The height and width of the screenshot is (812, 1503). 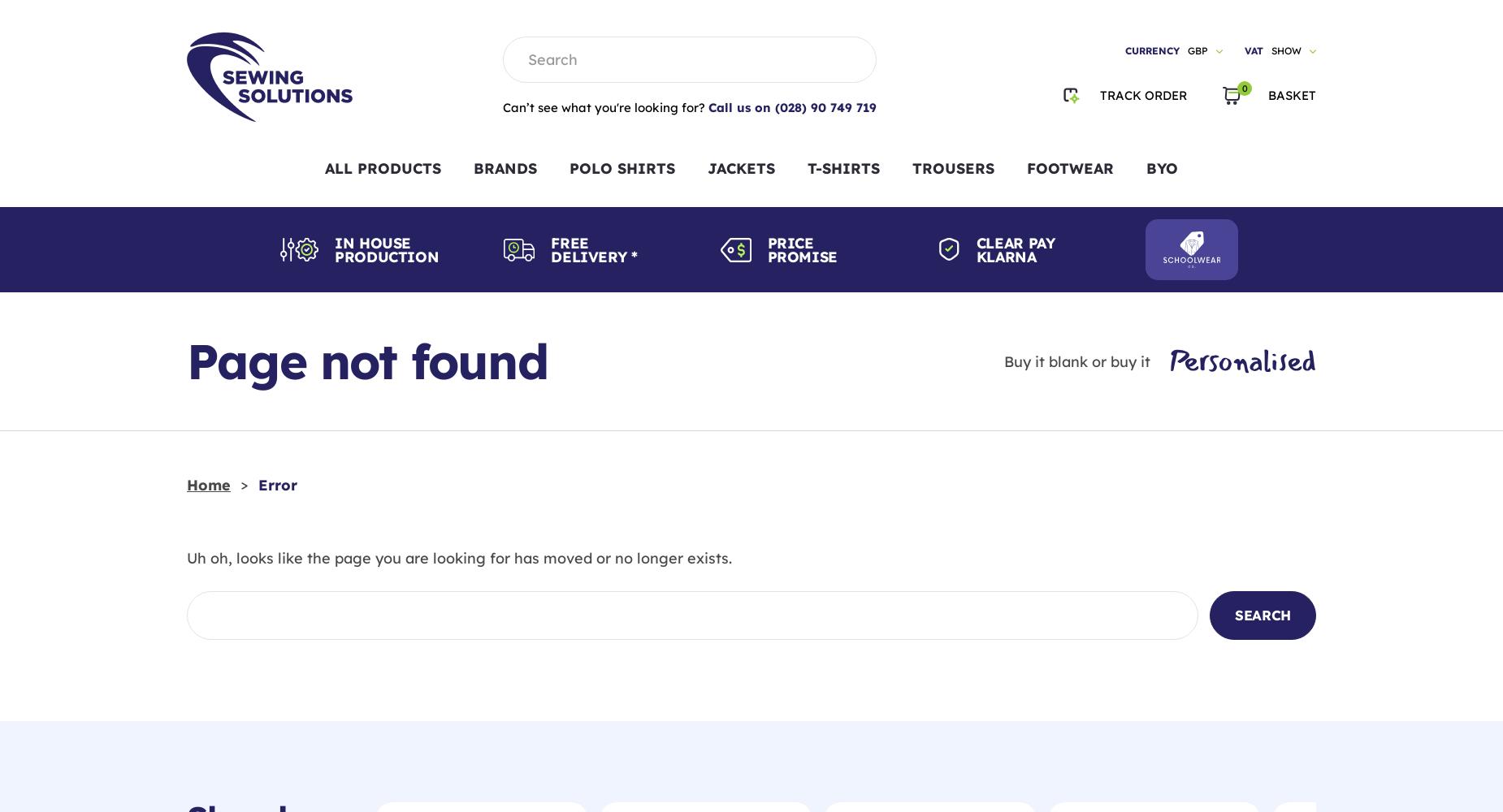 What do you see at coordinates (185, 360) in the screenshot?
I see `'Page not found'` at bounding box center [185, 360].